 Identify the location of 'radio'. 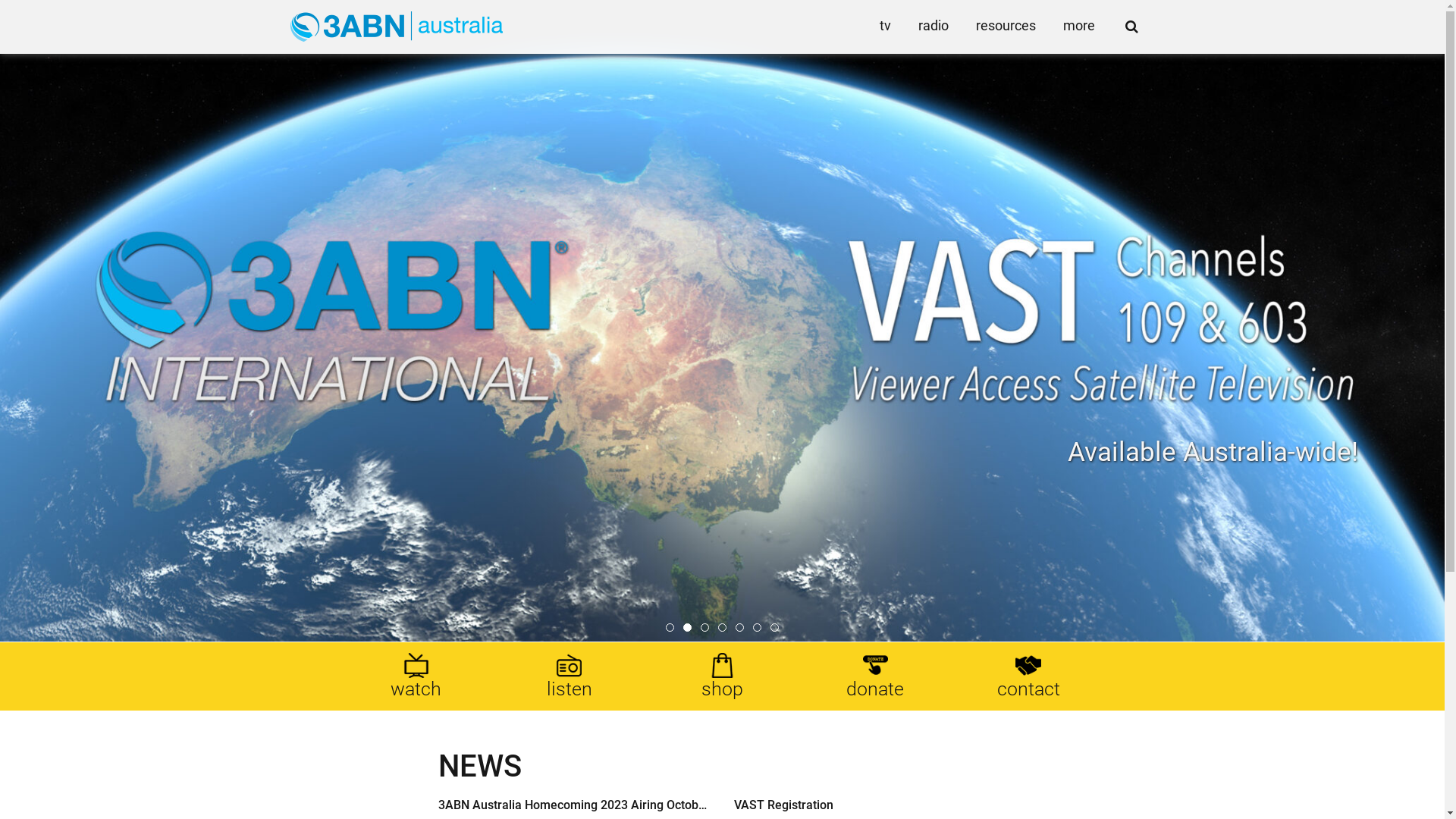
(931, 26).